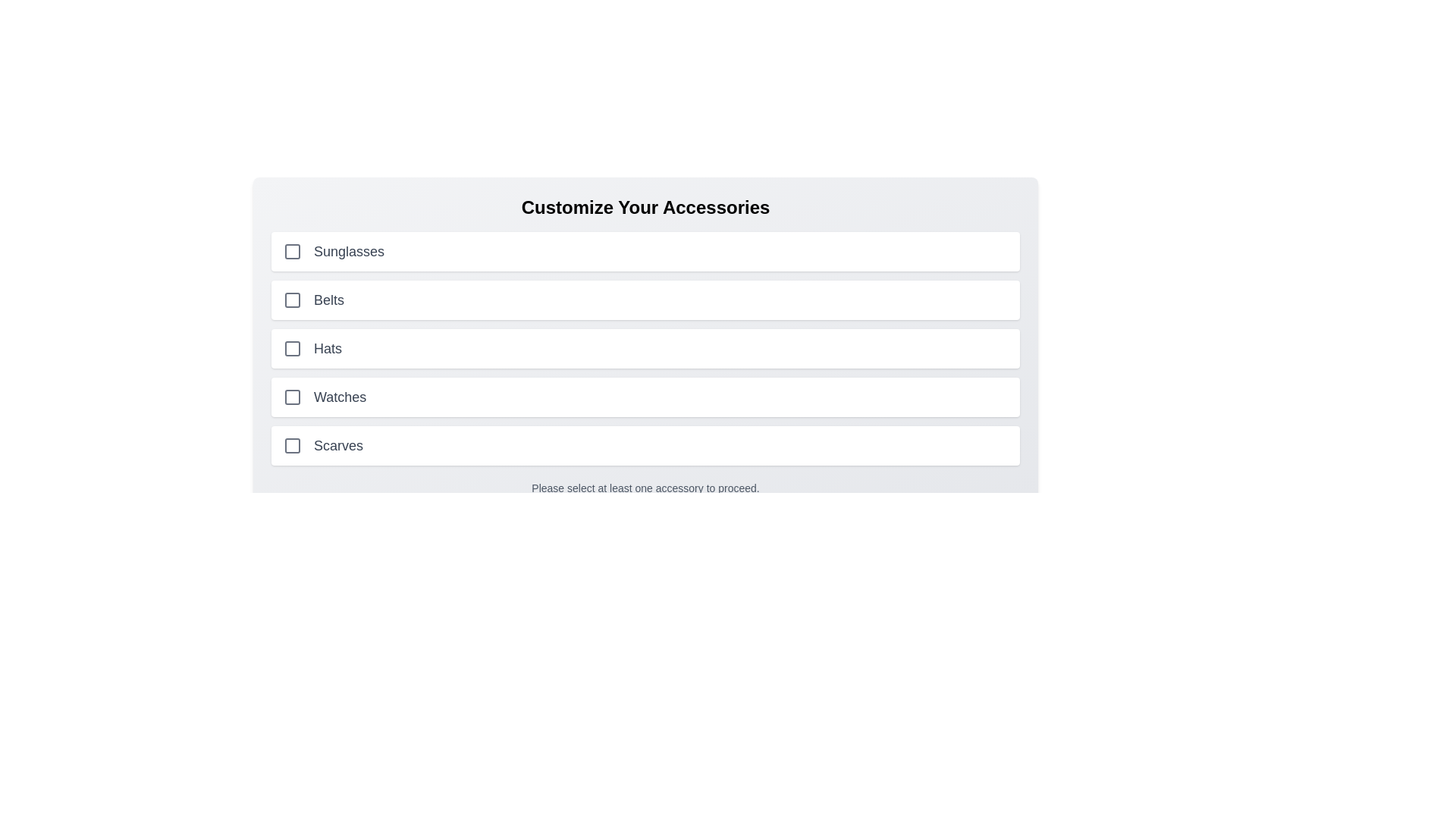 The image size is (1456, 819). What do you see at coordinates (645, 348) in the screenshot?
I see `the 'Hats' option in the selection list` at bounding box center [645, 348].